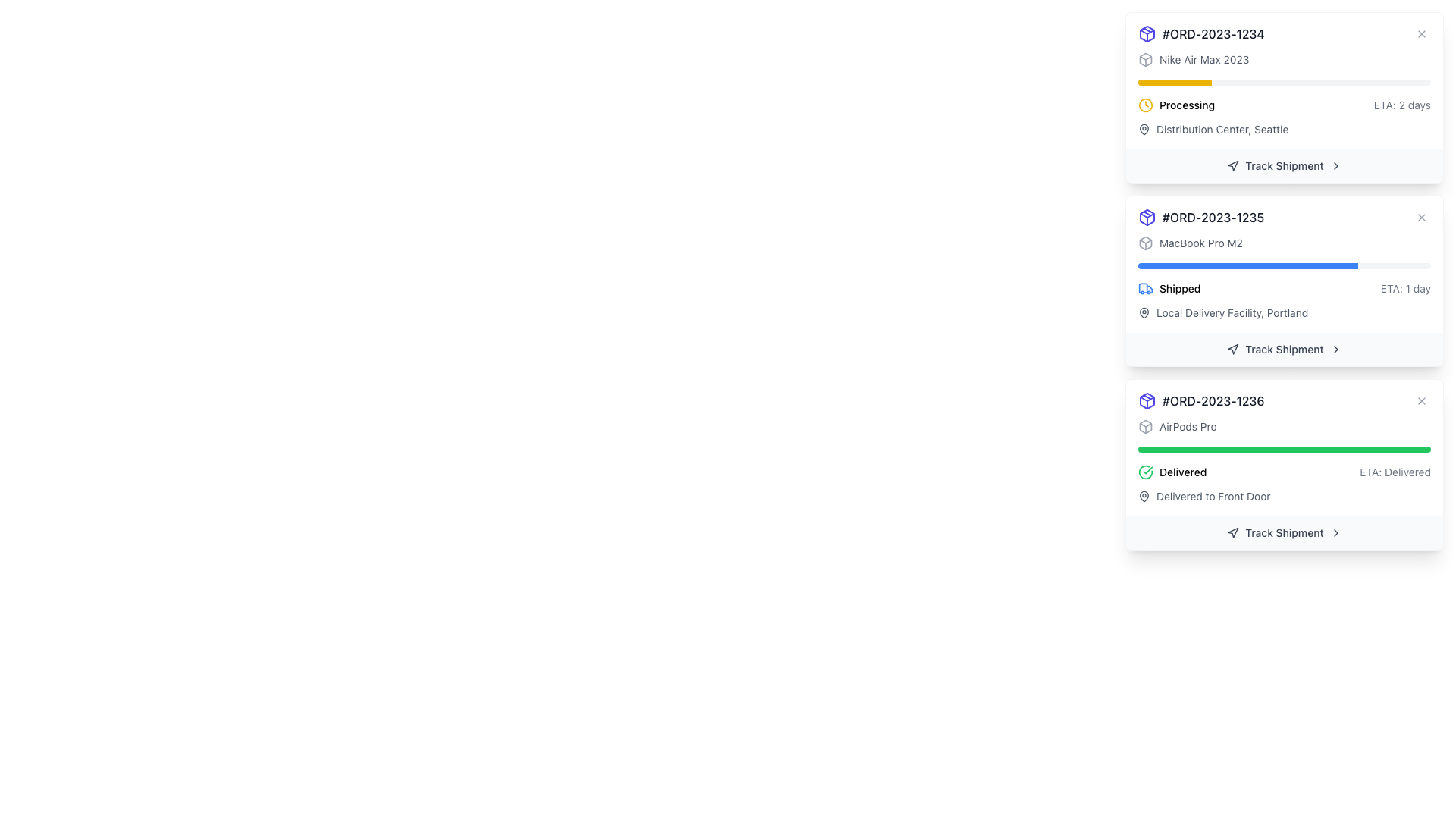  Describe the element at coordinates (1284, 265) in the screenshot. I see `properties of the progress bar indicating shipment progress for order #ORD-2023-1235, located below 'MacBook Pro M2' and above 'Shipped'` at that location.